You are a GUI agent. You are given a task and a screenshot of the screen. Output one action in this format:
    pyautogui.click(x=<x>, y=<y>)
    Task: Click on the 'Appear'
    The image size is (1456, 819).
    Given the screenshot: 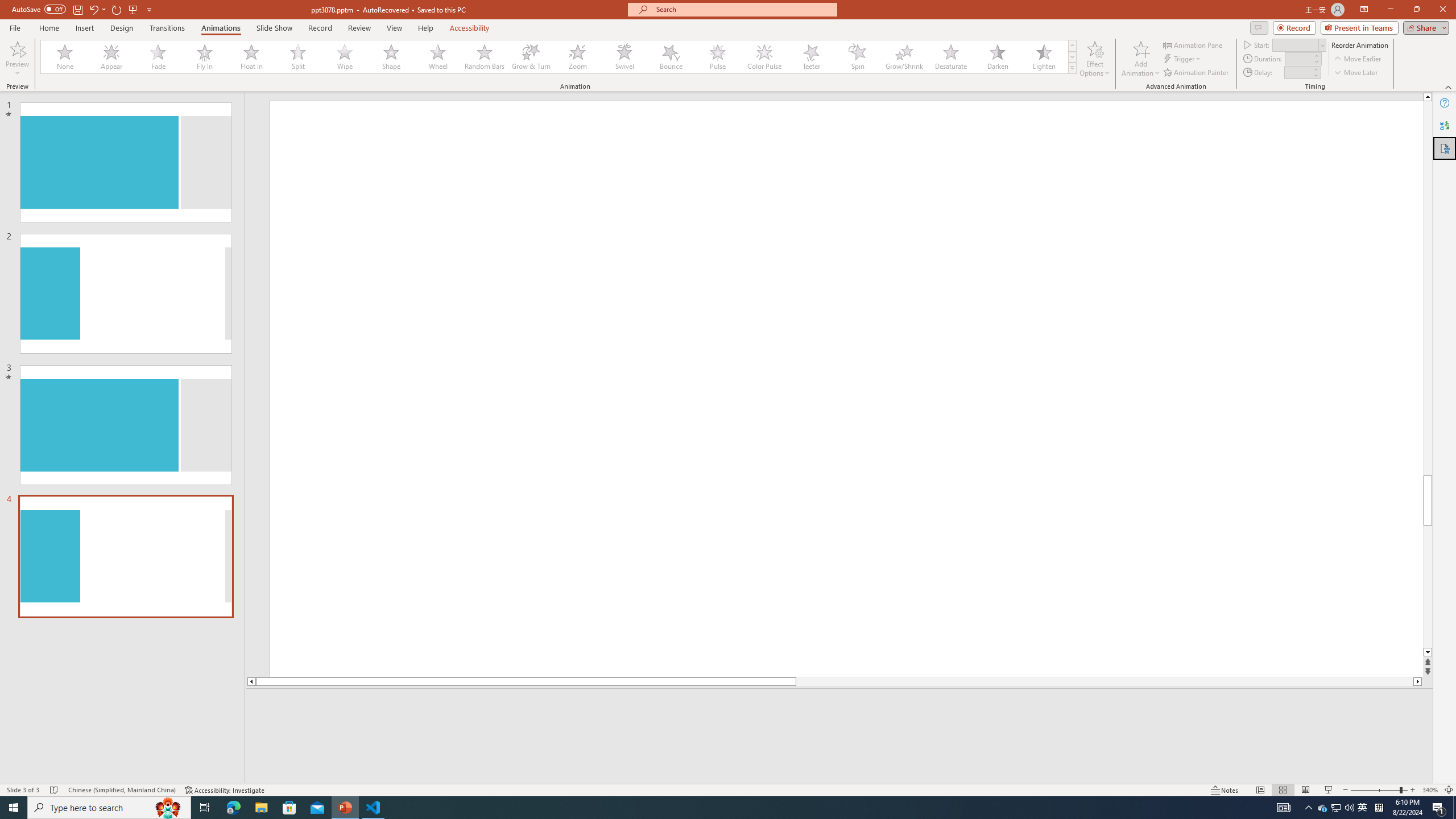 What is the action you would take?
    pyautogui.click(x=111, y=56)
    